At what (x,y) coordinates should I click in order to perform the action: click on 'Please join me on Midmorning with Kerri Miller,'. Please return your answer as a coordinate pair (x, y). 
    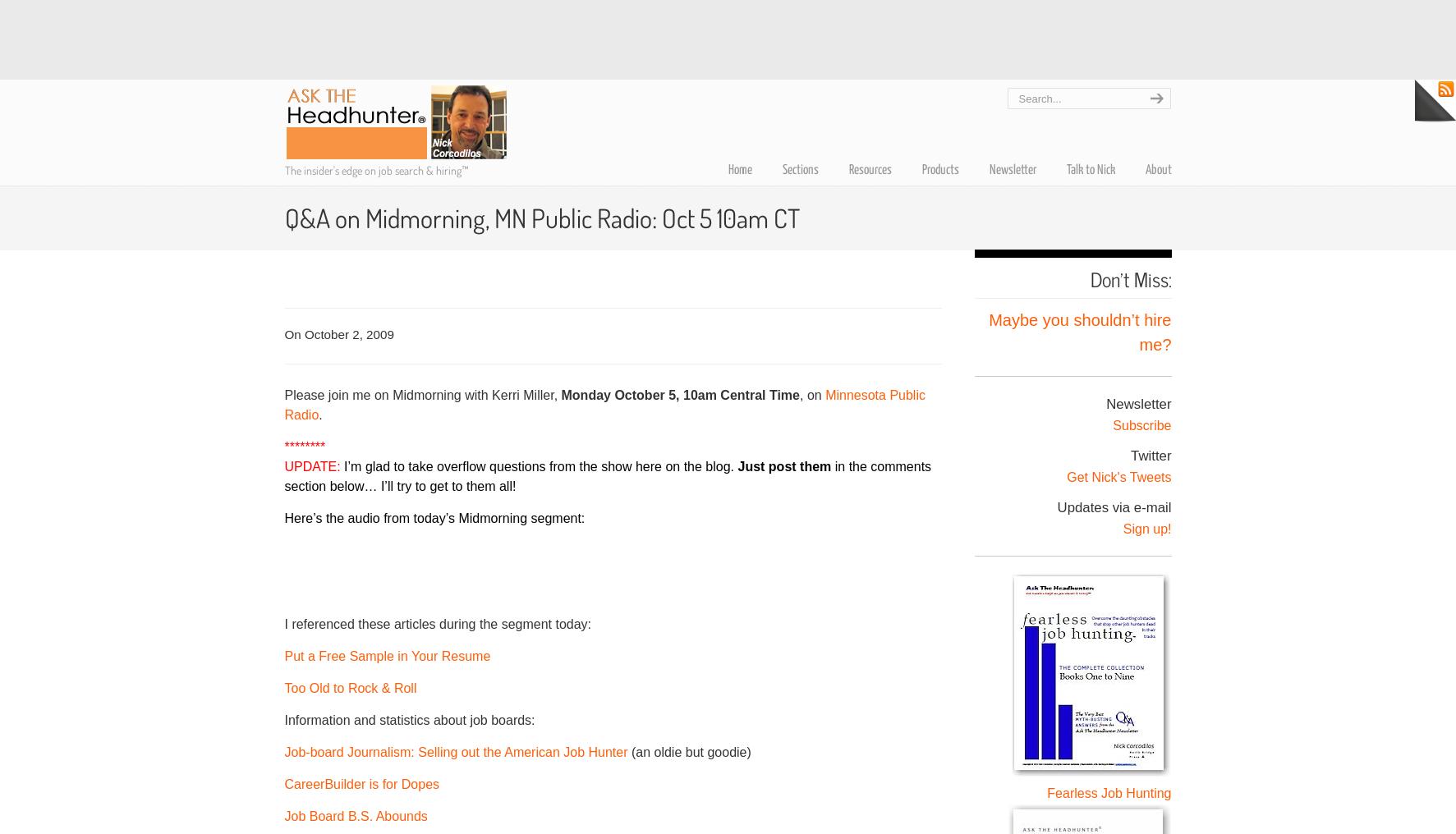
    Looking at the image, I should click on (283, 394).